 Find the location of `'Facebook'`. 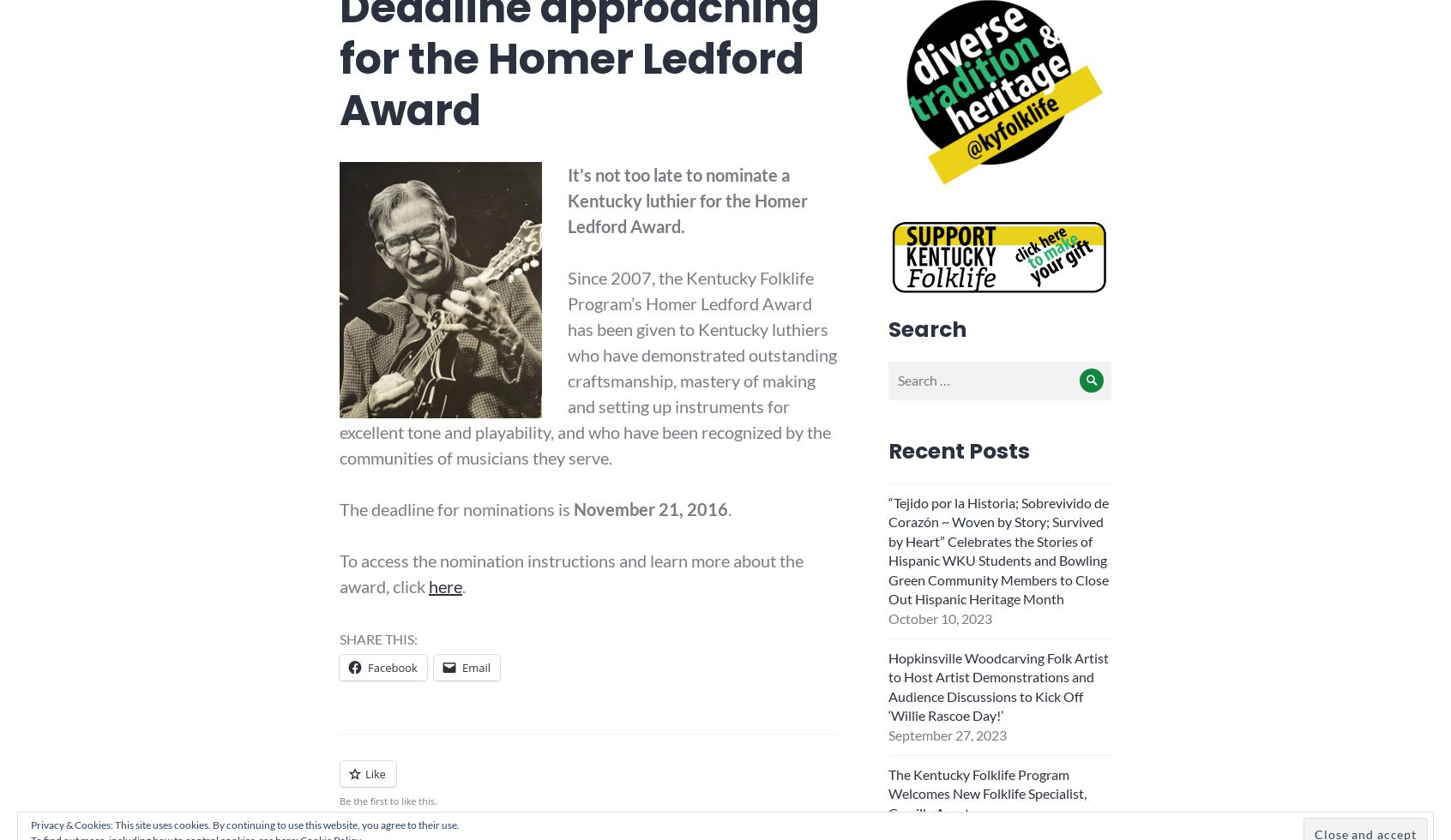

'Facebook' is located at coordinates (391, 668).